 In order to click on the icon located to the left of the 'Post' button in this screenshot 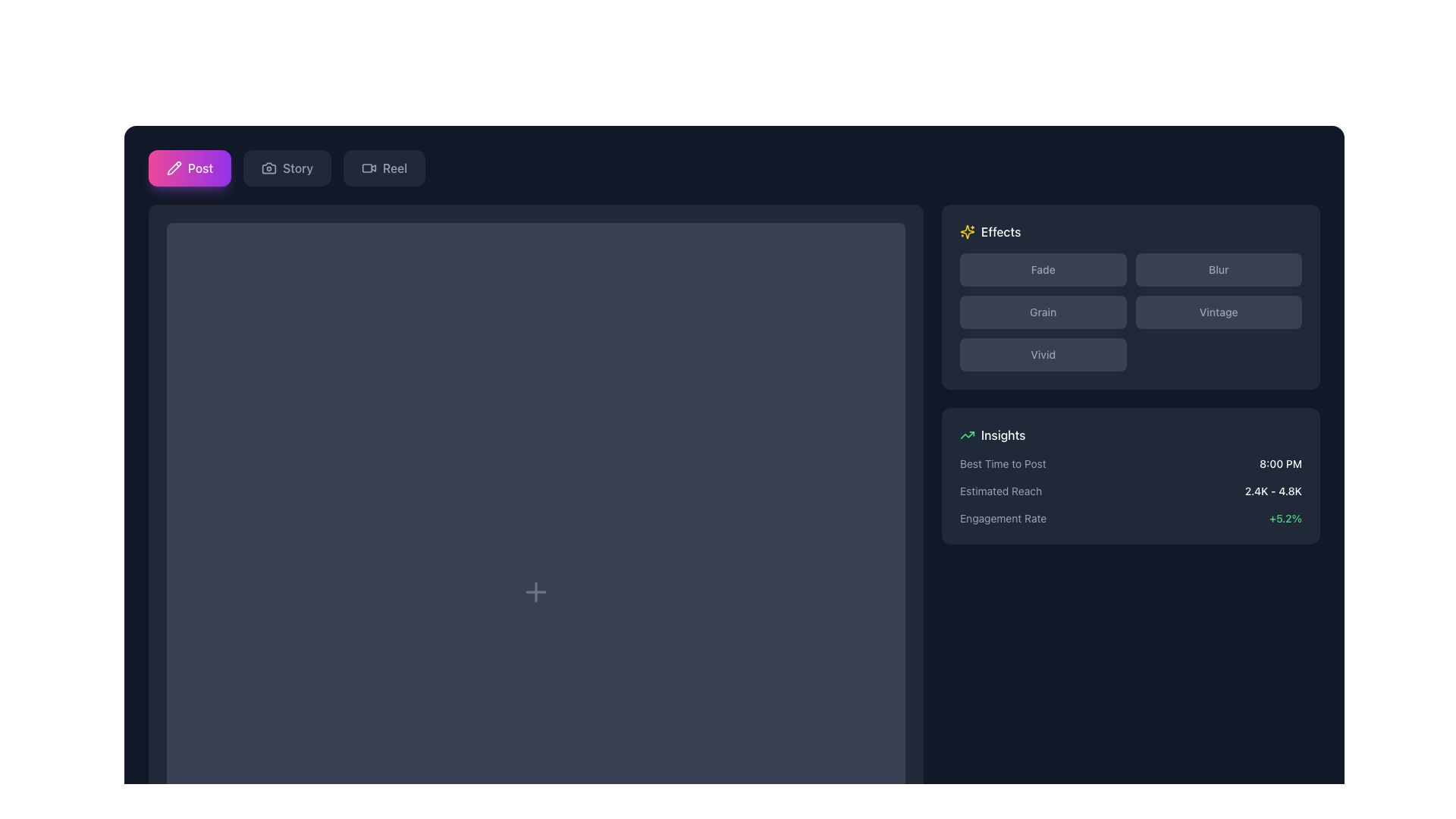, I will do `click(174, 168)`.